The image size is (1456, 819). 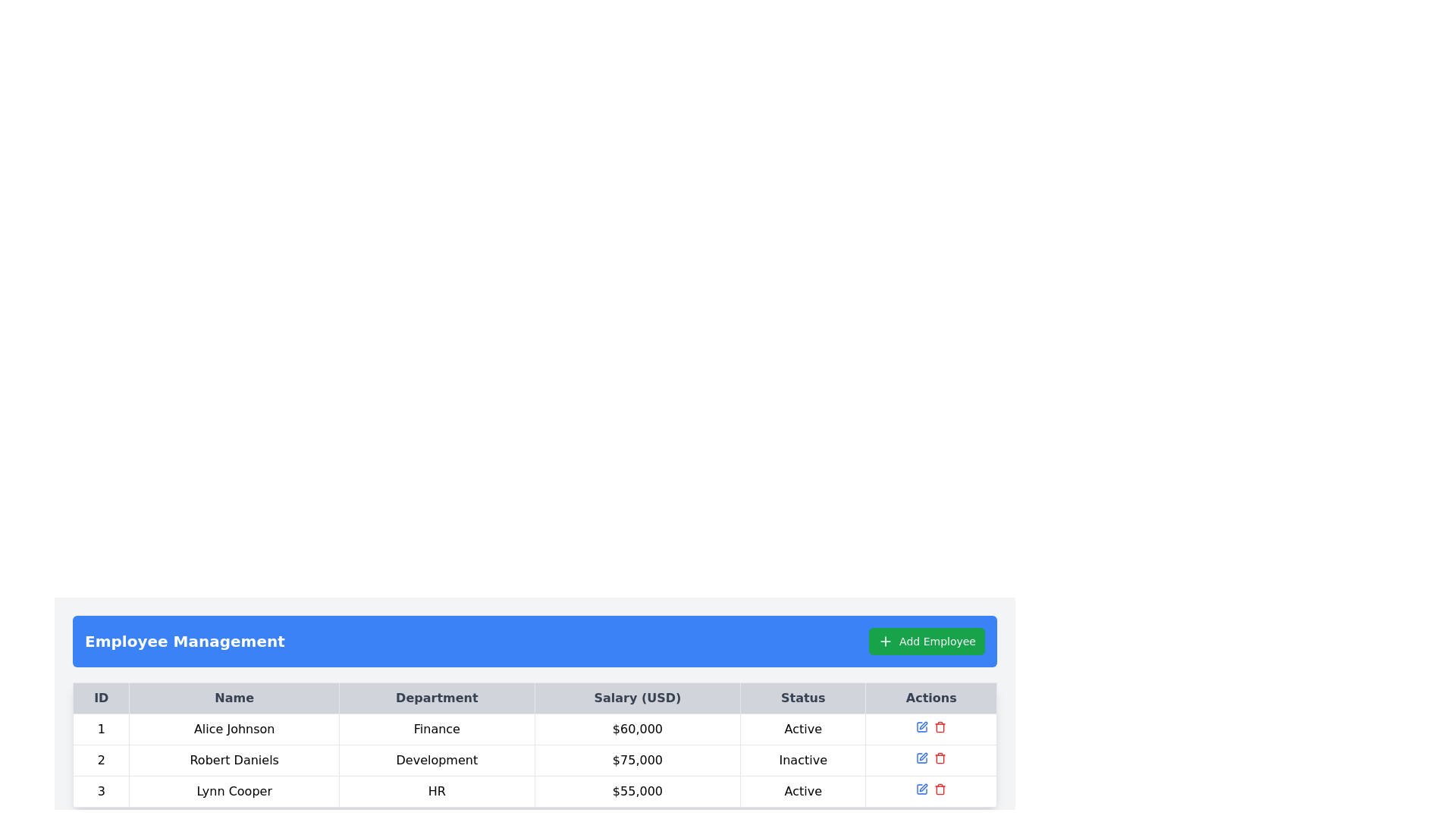 What do you see at coordinates (940, 758) in the screenshot?
I see `the red trash bin icon button located in the 'Actions' column of the last row of the table` at bounding box center [940, 758].